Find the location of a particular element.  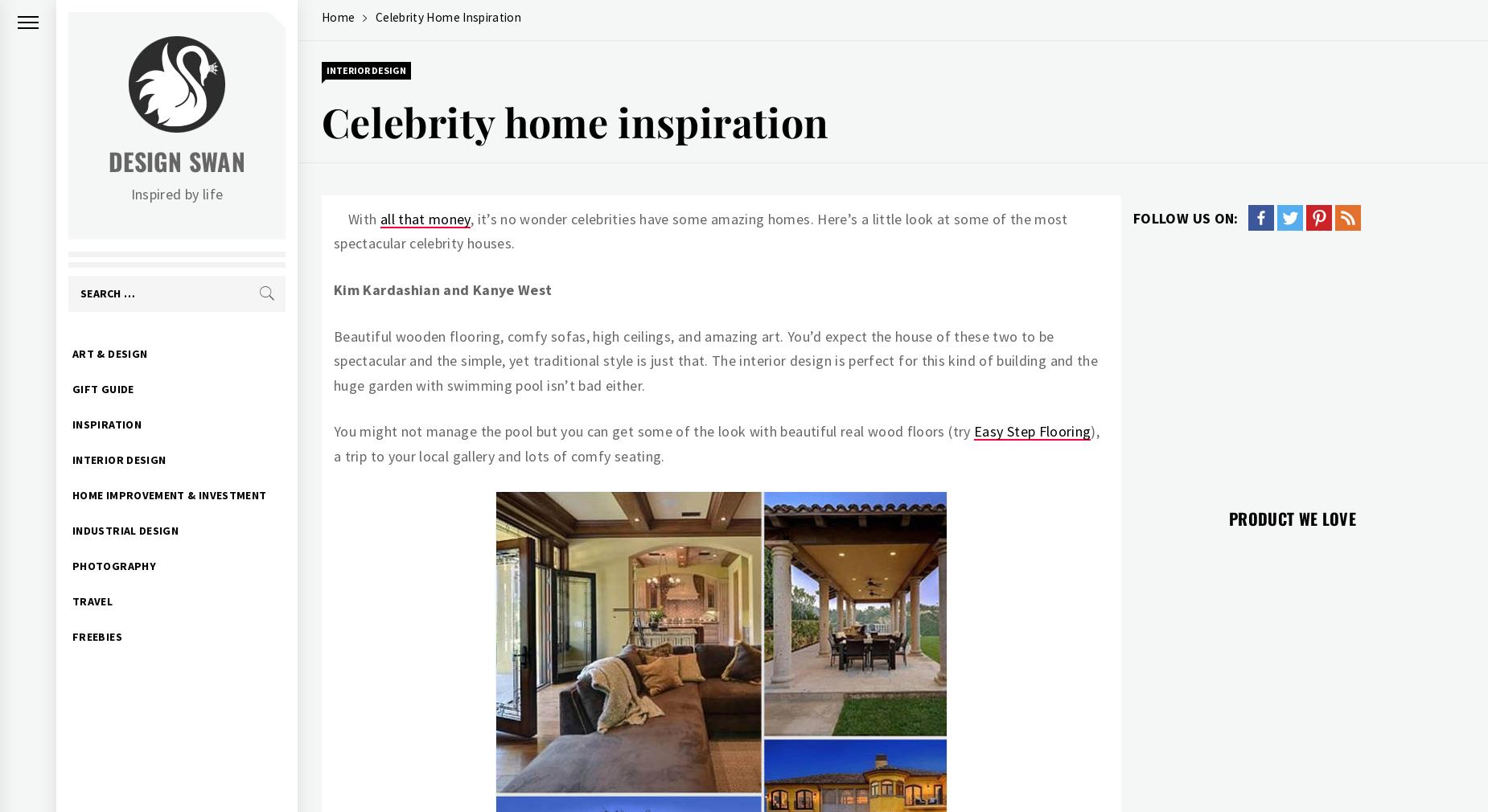

'Easy Step Flooring' is located at coordinates (1031, 430).